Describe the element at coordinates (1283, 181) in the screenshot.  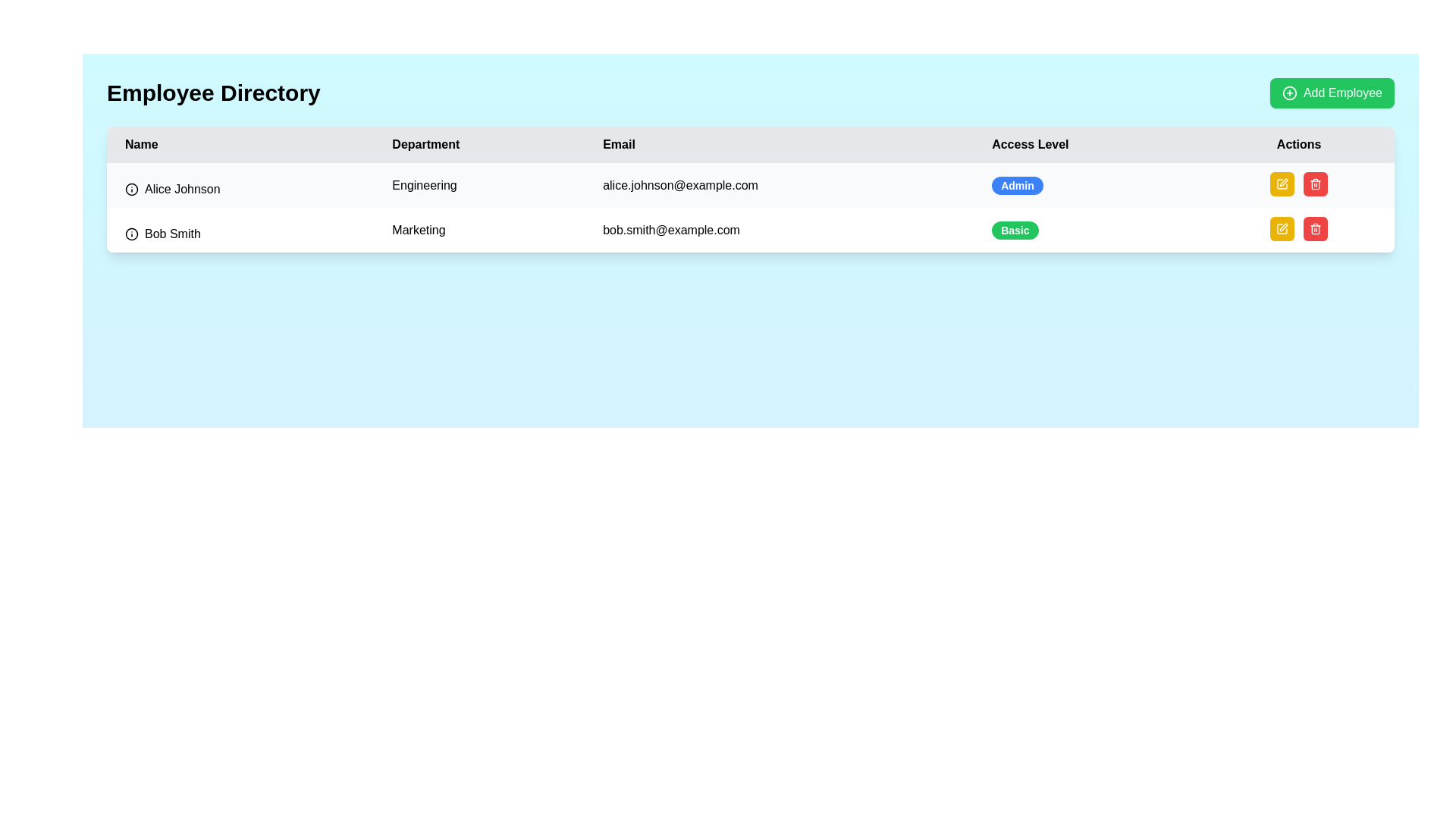
I see `the edit icon button resembling a pen in the Actions column of the employee record table for Bob Smith` at that location.